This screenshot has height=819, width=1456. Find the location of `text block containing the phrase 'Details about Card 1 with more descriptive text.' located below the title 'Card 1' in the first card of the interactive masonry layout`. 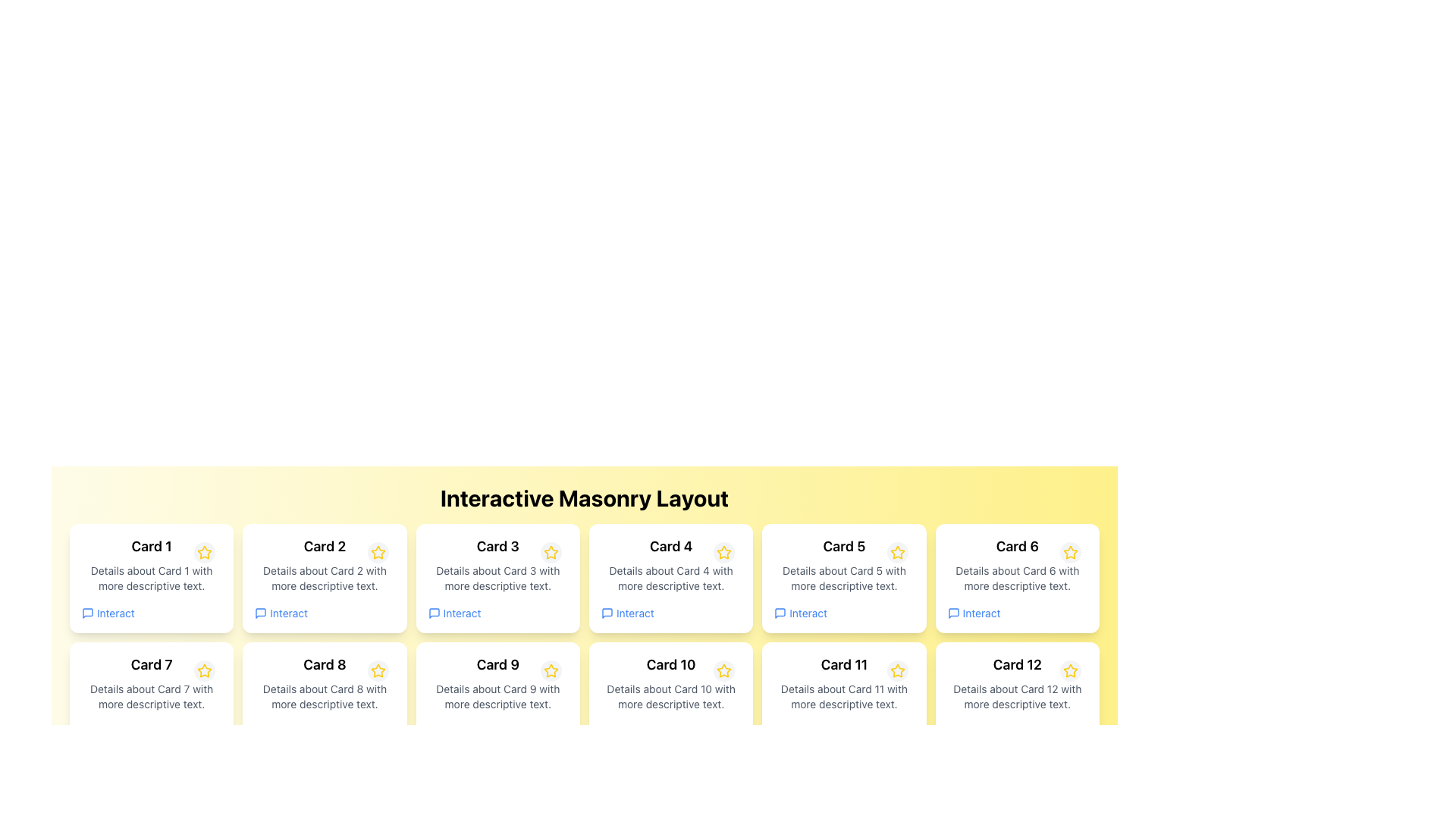

text block containing the phrase 'Details about Card 1 with more descriptive text.' located below the title 'Card 1' in the first card of the interactive masonry layout is located at coordinates (152, 579).